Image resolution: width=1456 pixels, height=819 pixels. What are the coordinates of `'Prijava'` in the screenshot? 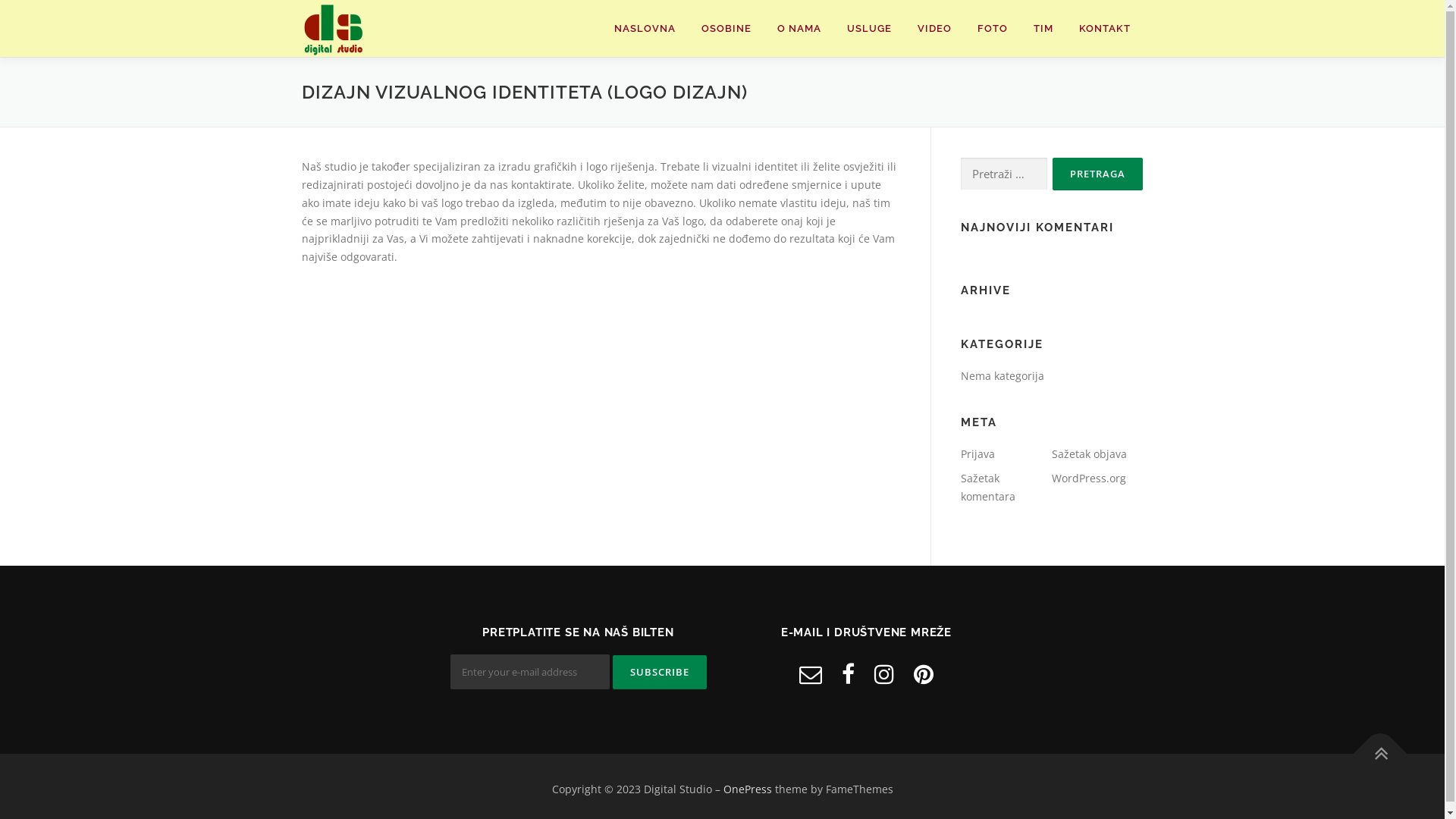 It's located at (977, 453).